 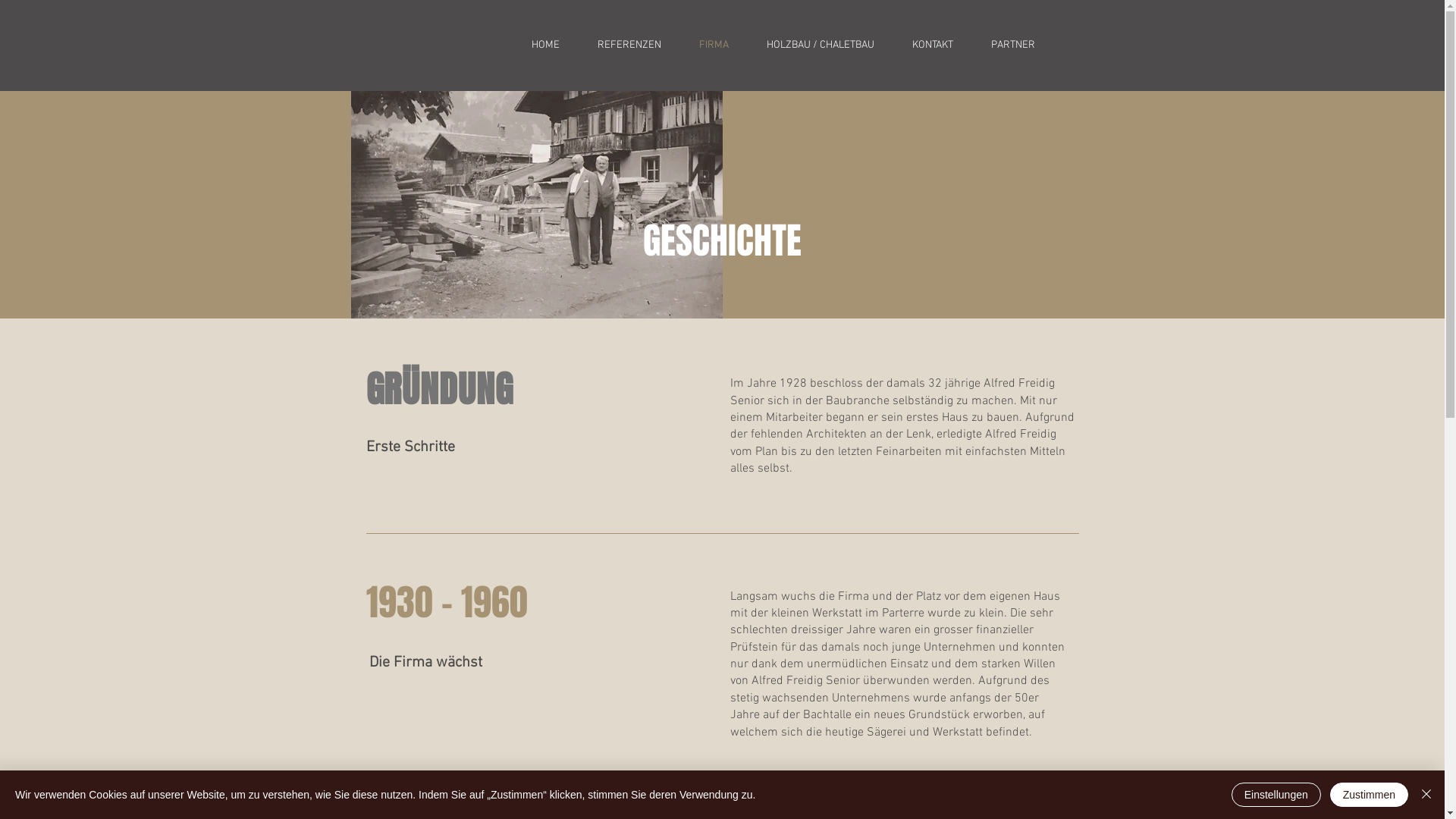 What do you see at coordinates (931, 45) in the screenshot?
I see `'KONTAKT'` at bounding box center [931, 45].